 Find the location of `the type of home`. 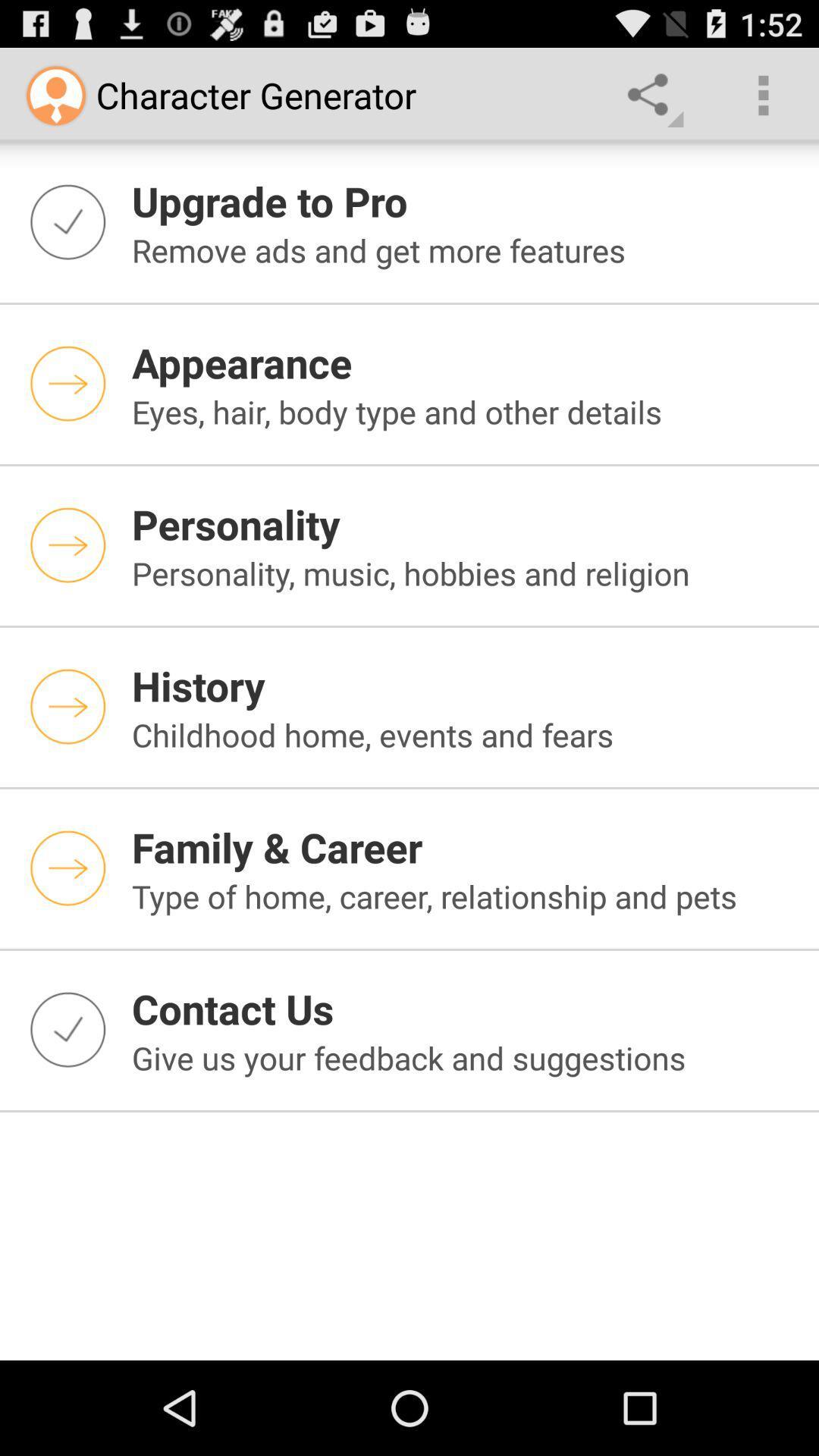

the type of home is located at coordinates (465, 896).